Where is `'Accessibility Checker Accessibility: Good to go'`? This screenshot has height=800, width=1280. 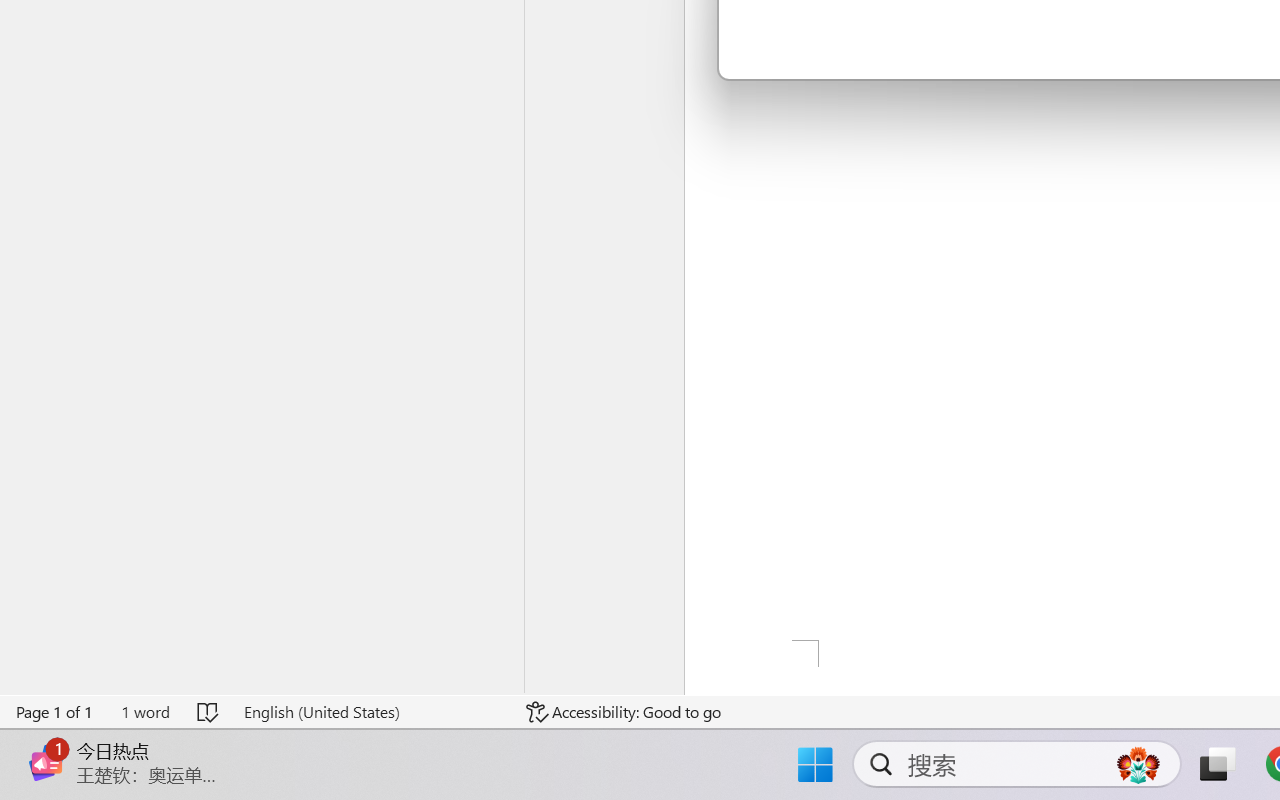
'Accessibility Checker Accessibility: Good to go' is located at coordinates (623, 711).